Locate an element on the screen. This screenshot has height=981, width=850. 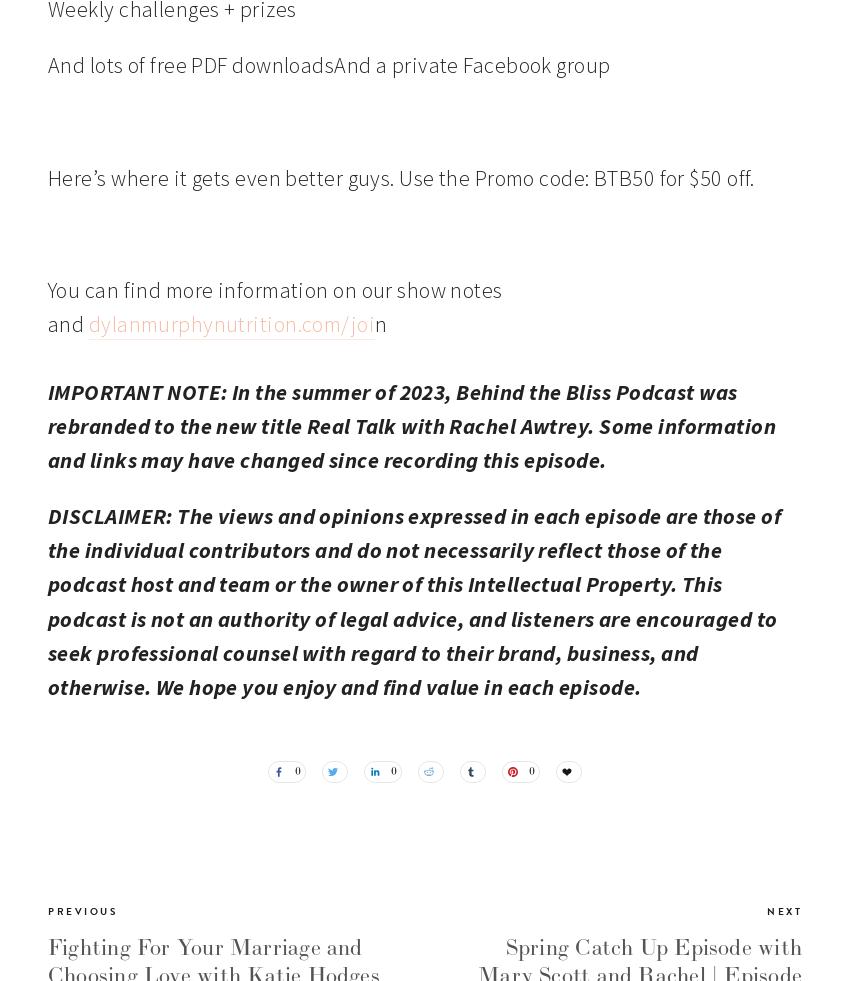
'n' is located at coordinates (379, 322).